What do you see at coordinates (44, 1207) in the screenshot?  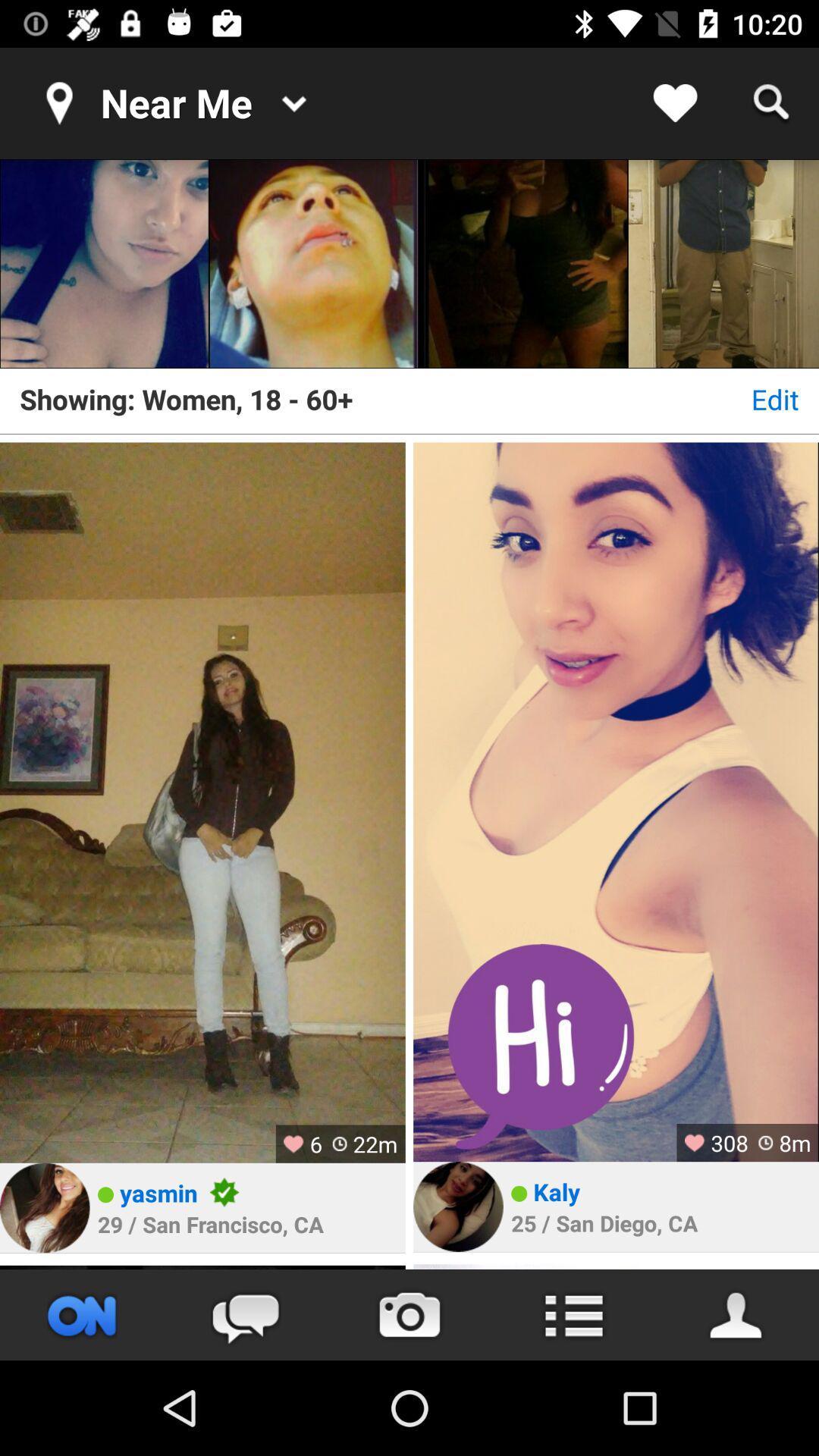 I see `profile` at bounding box center [44, 1207].